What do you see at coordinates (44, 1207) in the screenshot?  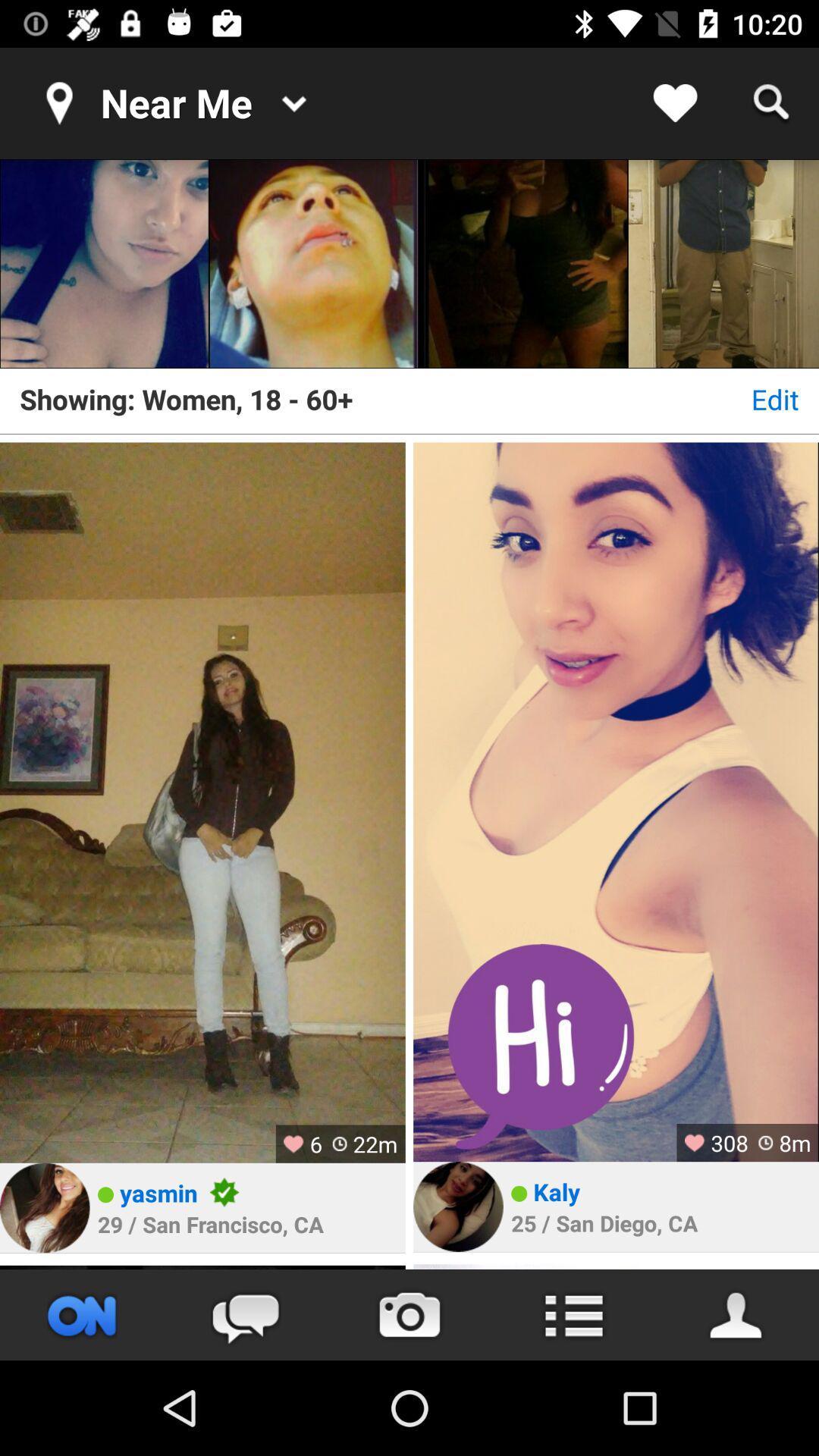 I see `profile` at bounding box center [44, 1207].